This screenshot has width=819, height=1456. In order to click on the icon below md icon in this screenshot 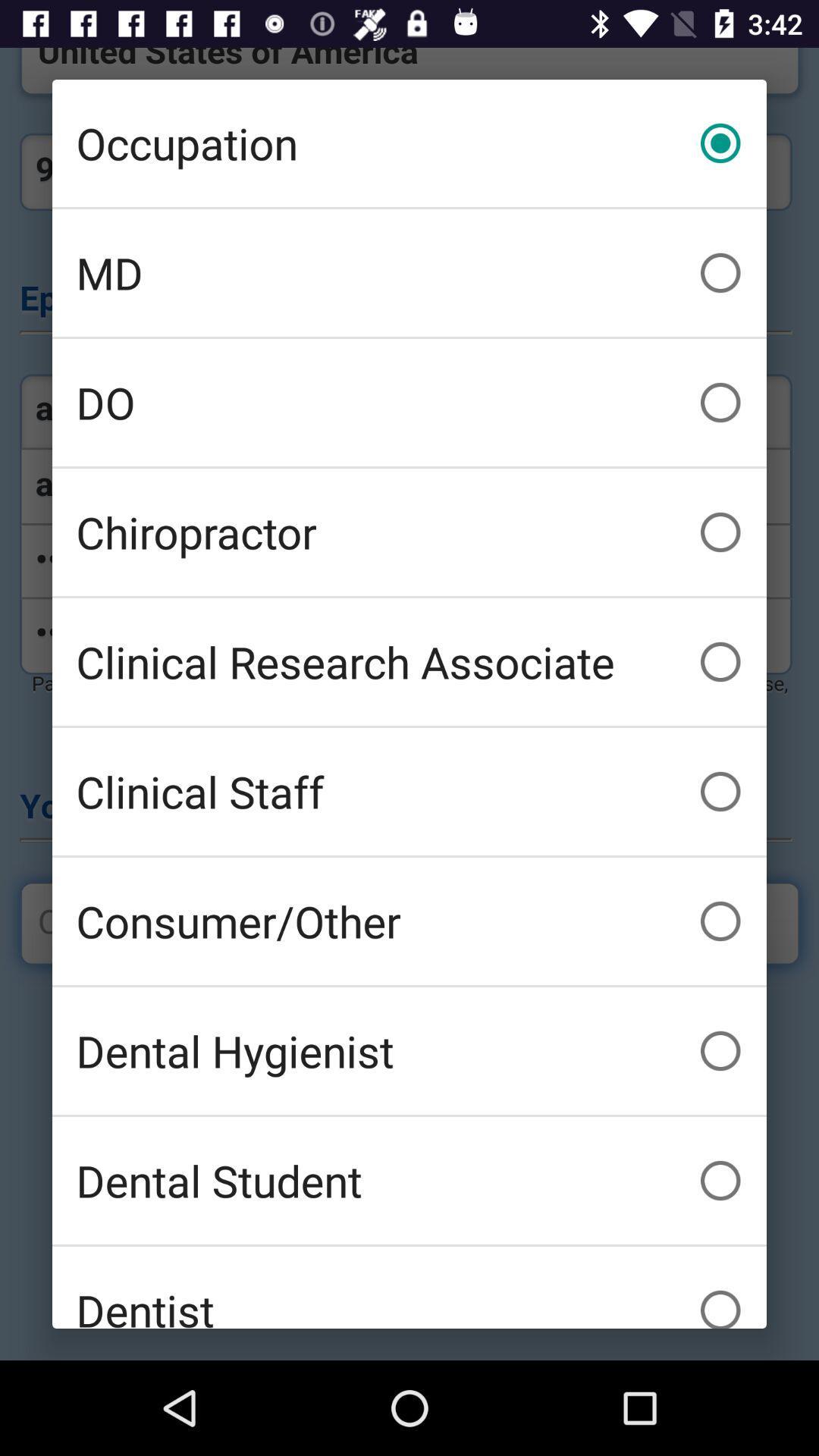, I will do `click(409, 403)`.